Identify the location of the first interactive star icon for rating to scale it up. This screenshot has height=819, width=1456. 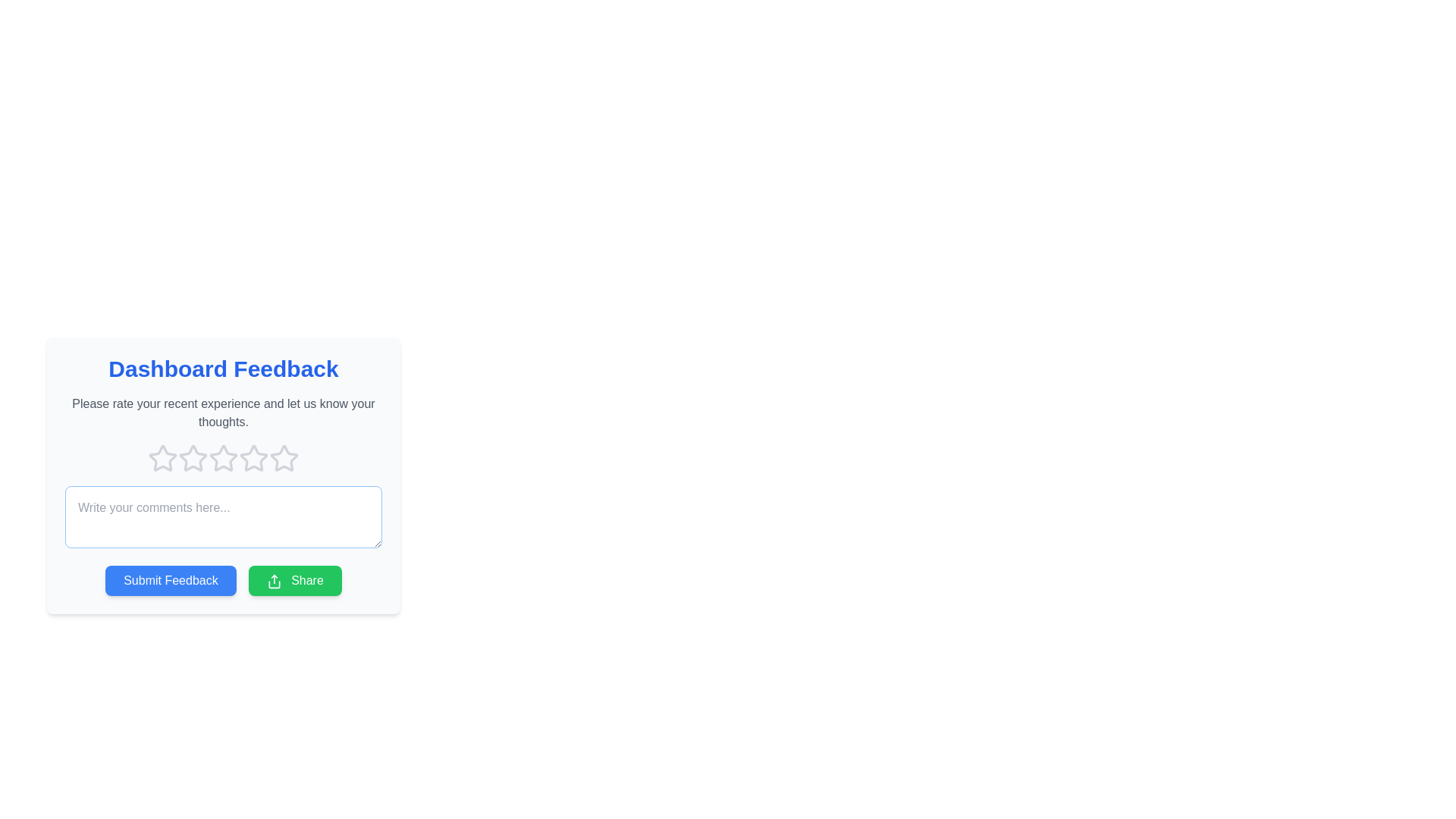
(163, 458).